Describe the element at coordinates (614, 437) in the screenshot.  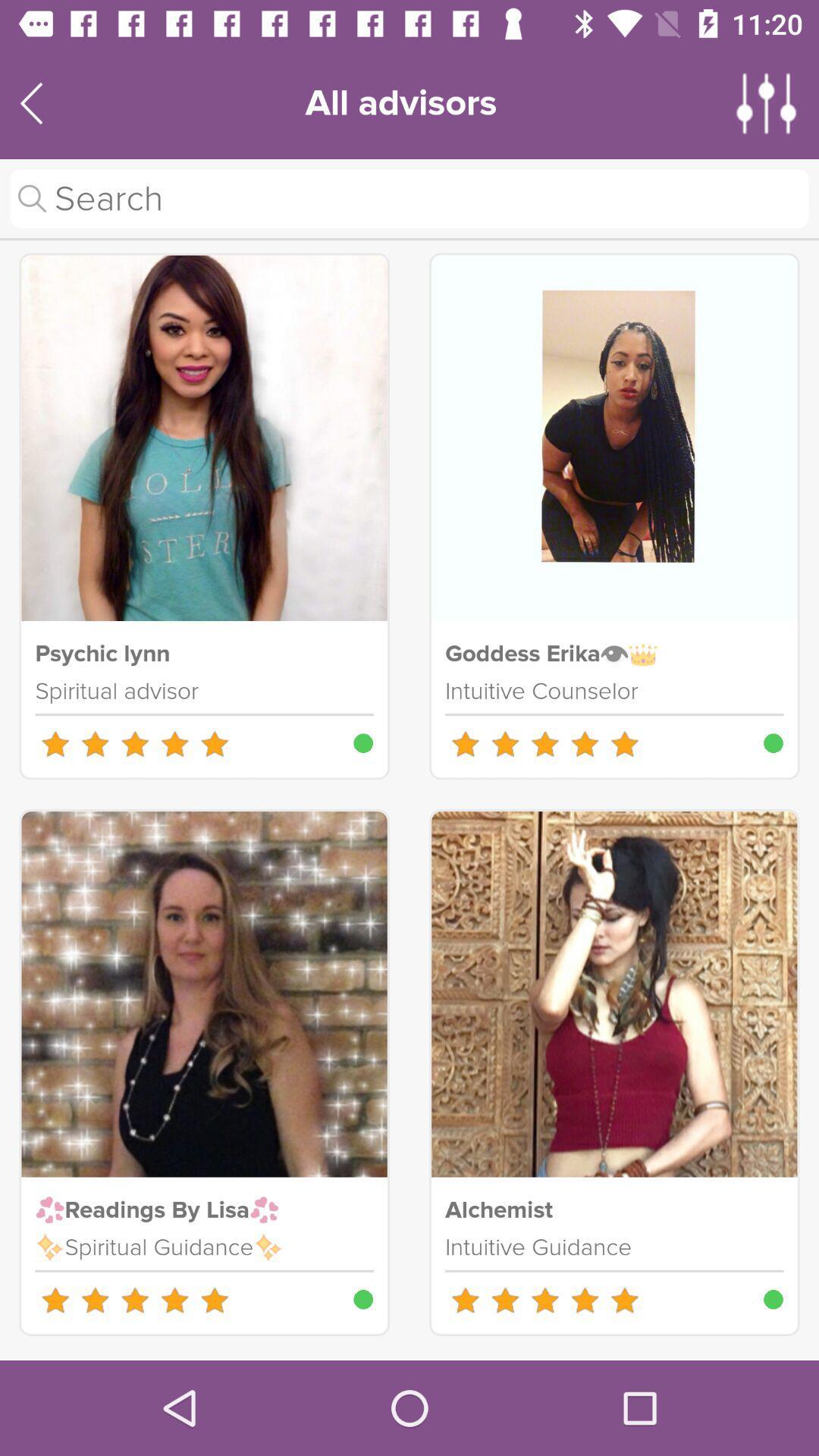
I see `an image which is at first right side of the page` at that location.